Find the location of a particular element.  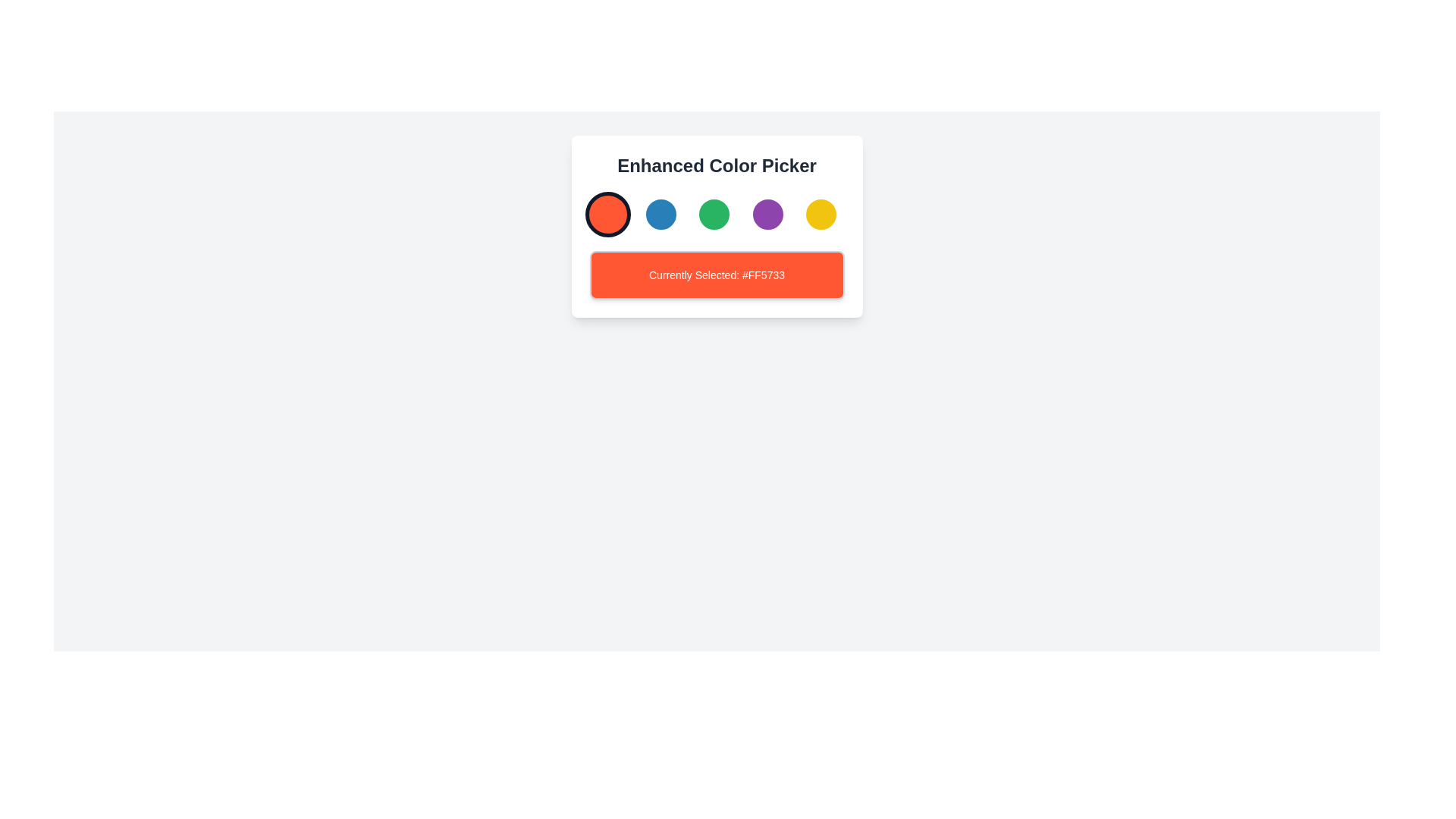

the second circular button from the left with a blue background labeled 'Enhanced Color Picker' is located at coordinates (661, 214).